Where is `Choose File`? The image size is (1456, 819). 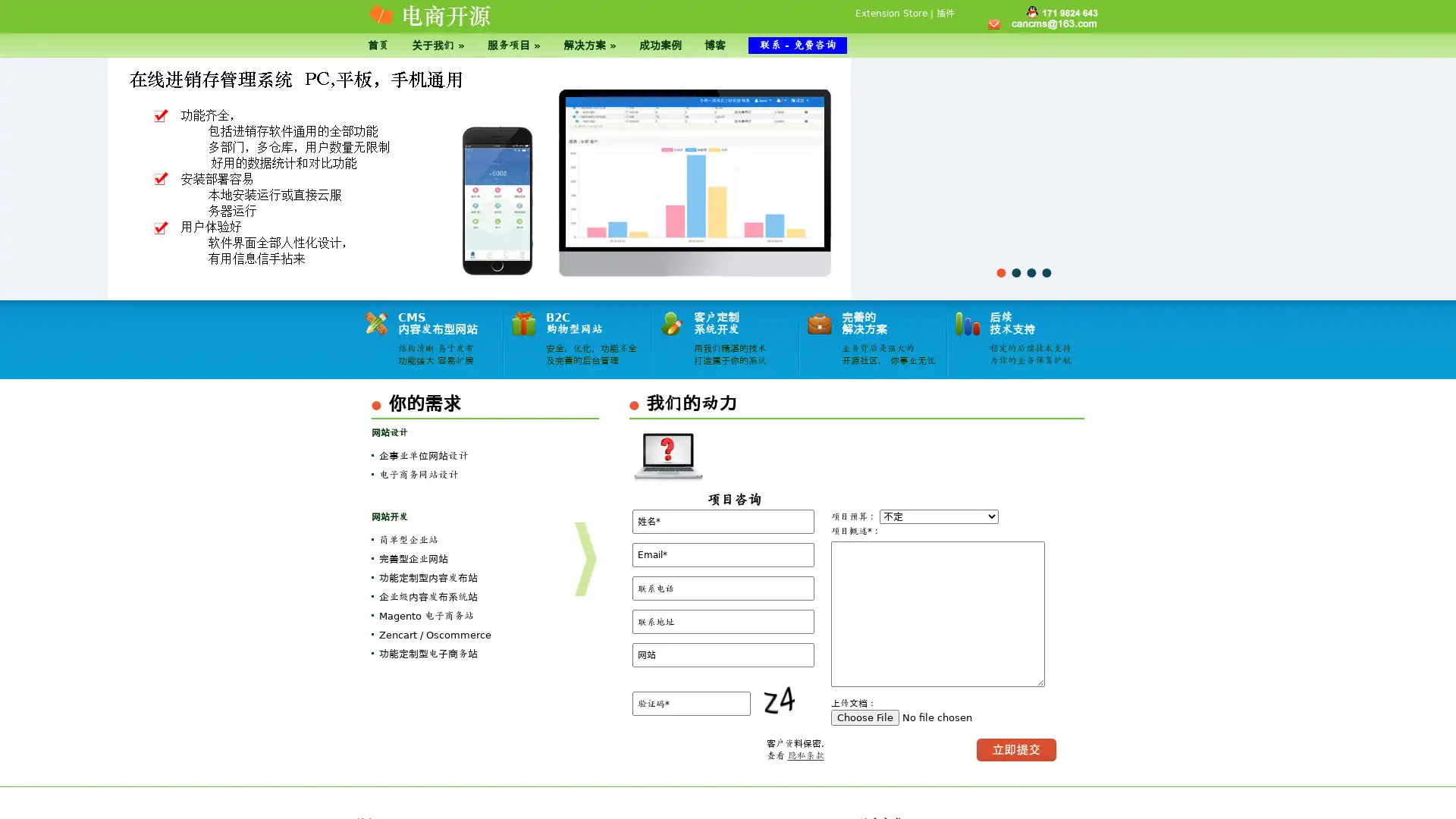
Choose File is located at coordinates (864, 717).